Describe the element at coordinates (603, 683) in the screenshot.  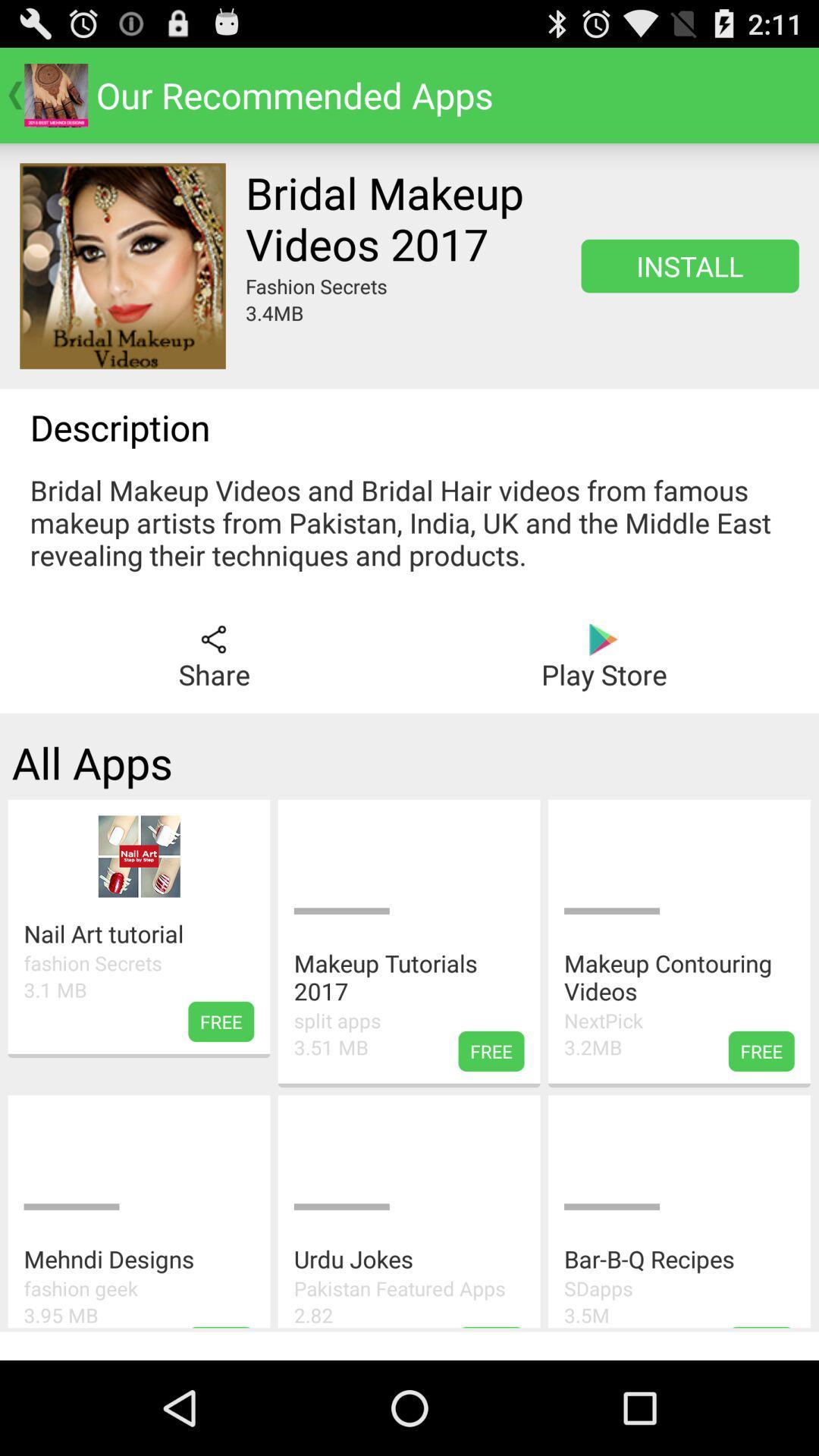
I see `the play icon` at that location.